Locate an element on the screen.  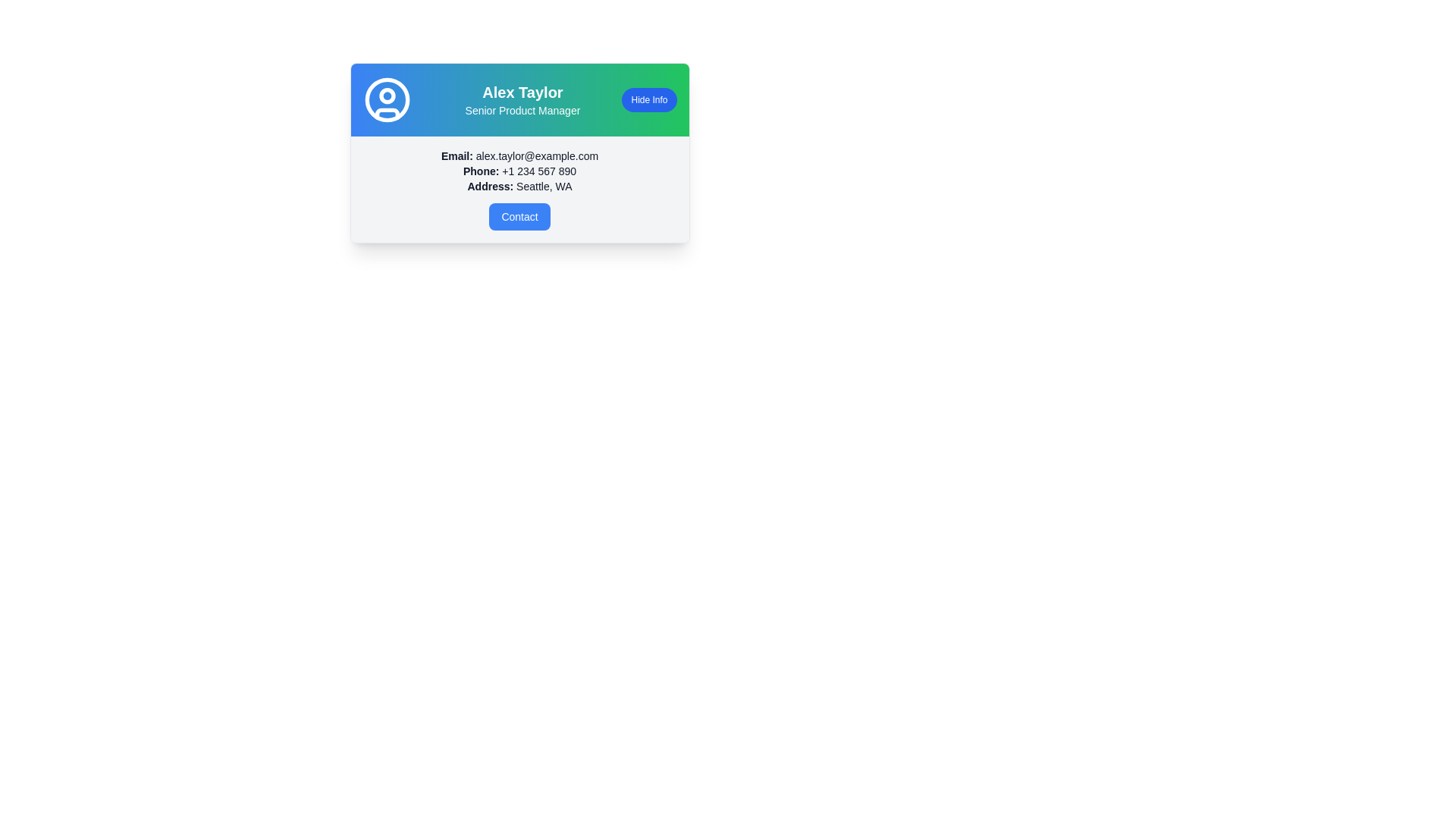
the button that toggles the visibility of additional information related to the user profile for 'Alex Taylor' is located at coordinates (649, 99).